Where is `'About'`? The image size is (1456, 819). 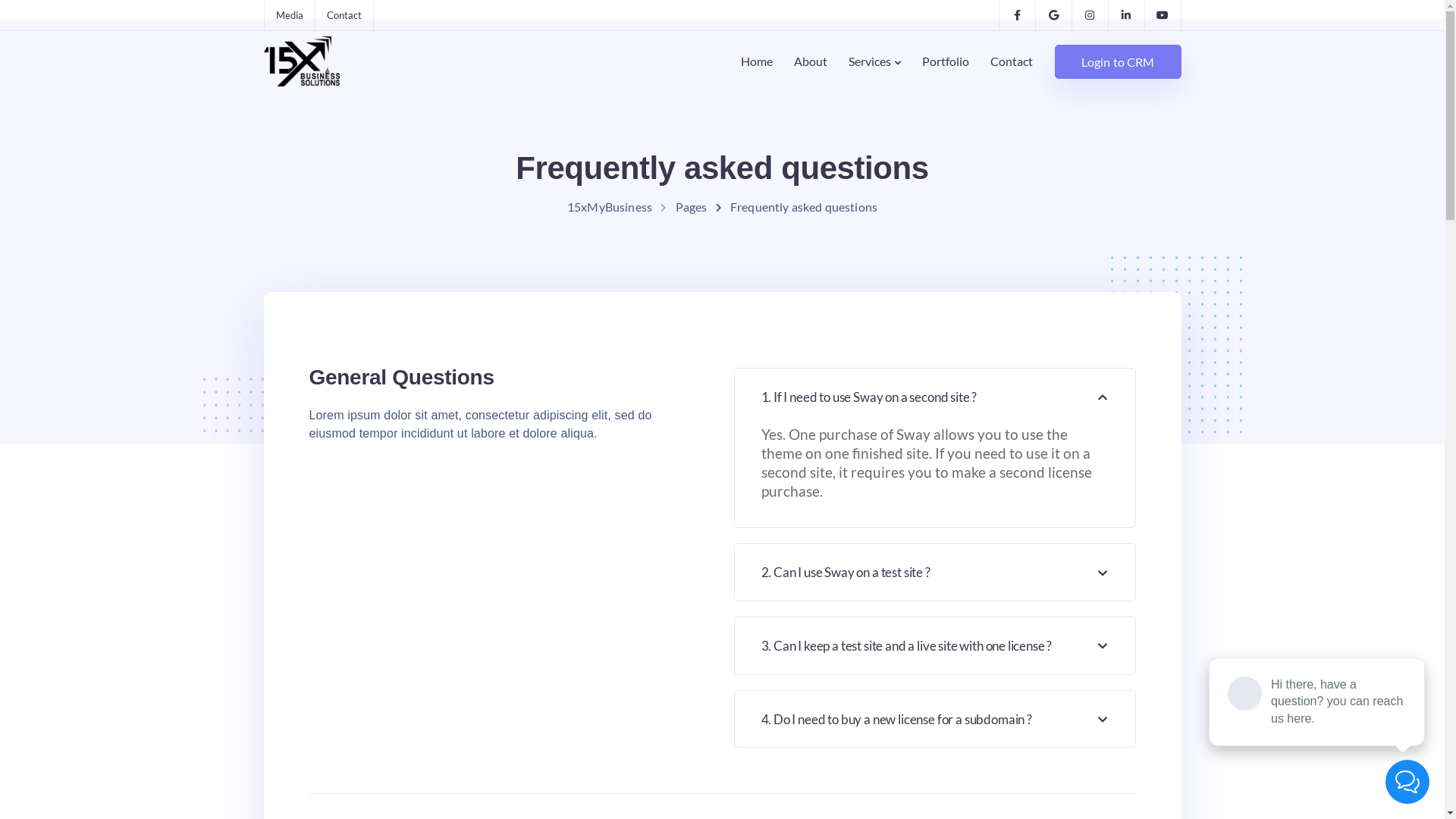 'About' is located at coordinates (658, 492).